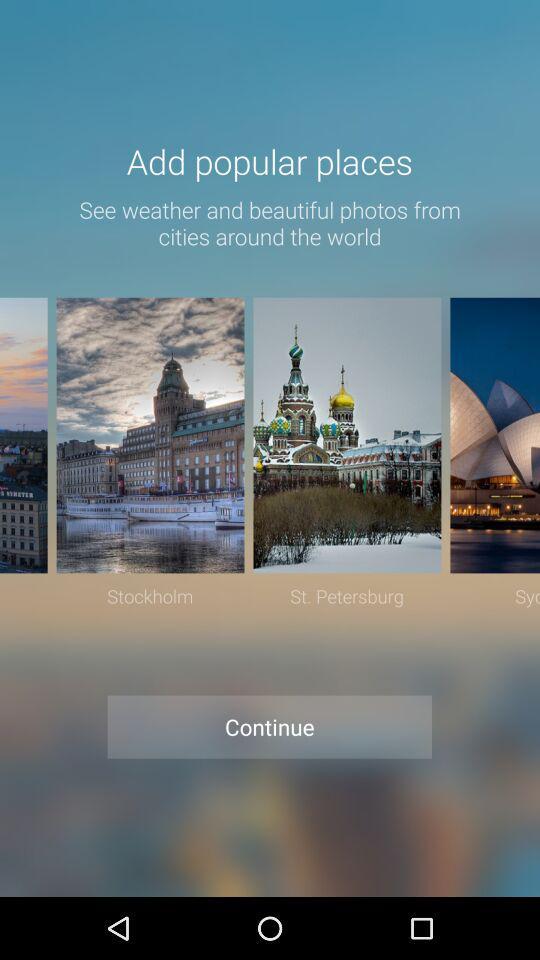 This screenshot has height=960, width=540. Describe the element at coordinates (269, 726) in the screenshot. I see `the continue at the bottom` at that location.